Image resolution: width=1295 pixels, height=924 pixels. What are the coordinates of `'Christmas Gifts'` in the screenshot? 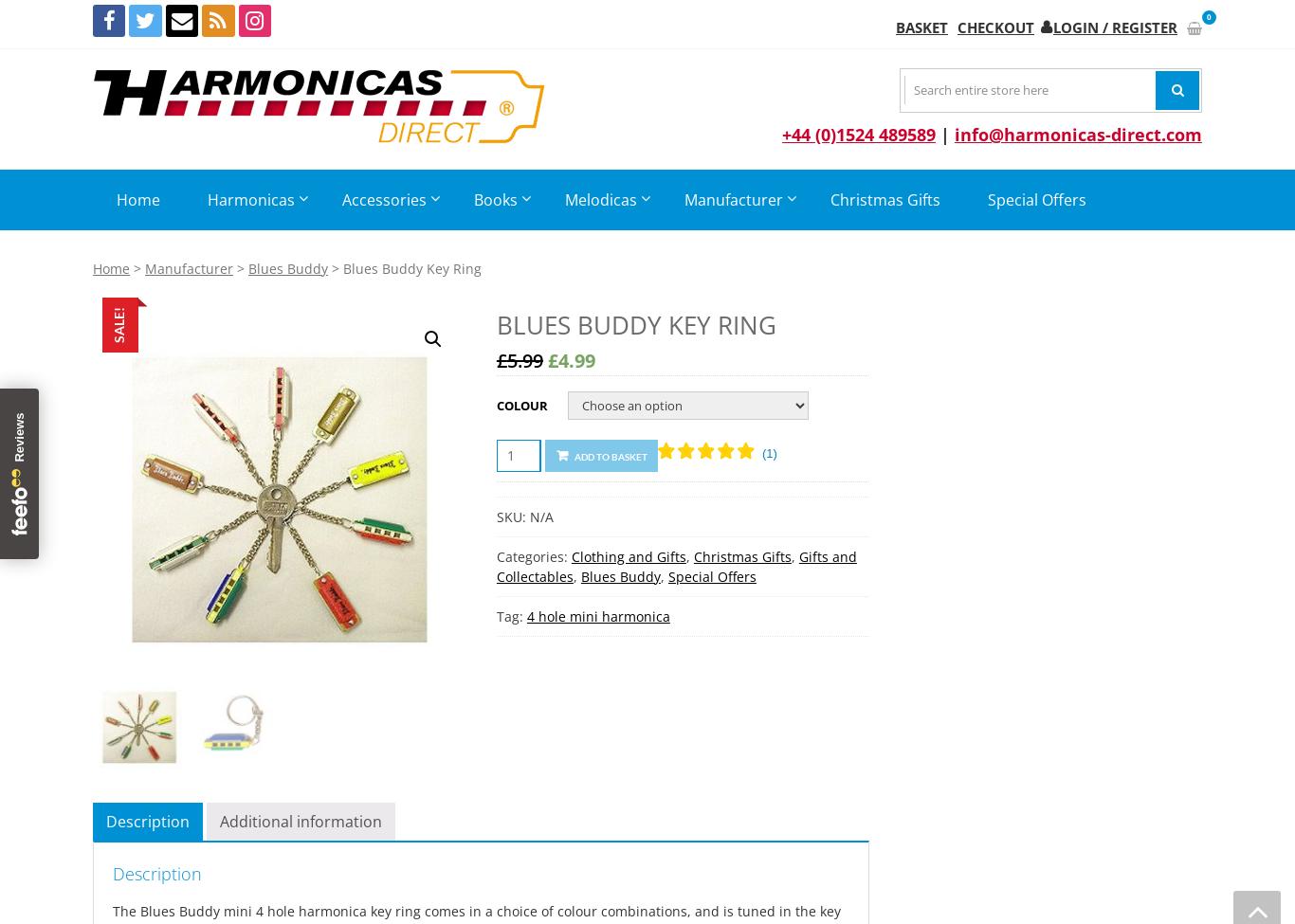 It's located at (741, 555).